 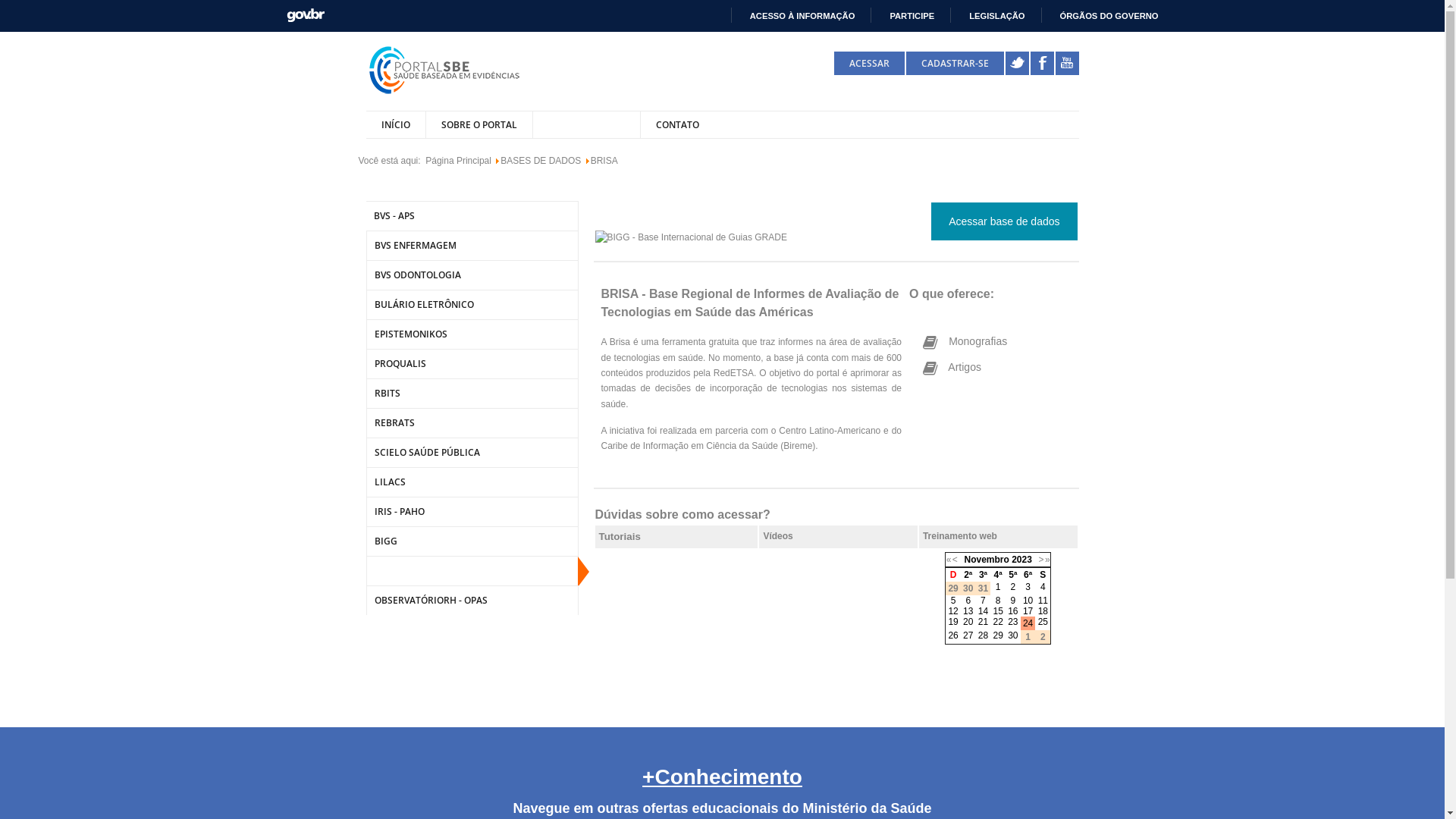 I want to click on 'Twitter', so click(x=1017, y=62).